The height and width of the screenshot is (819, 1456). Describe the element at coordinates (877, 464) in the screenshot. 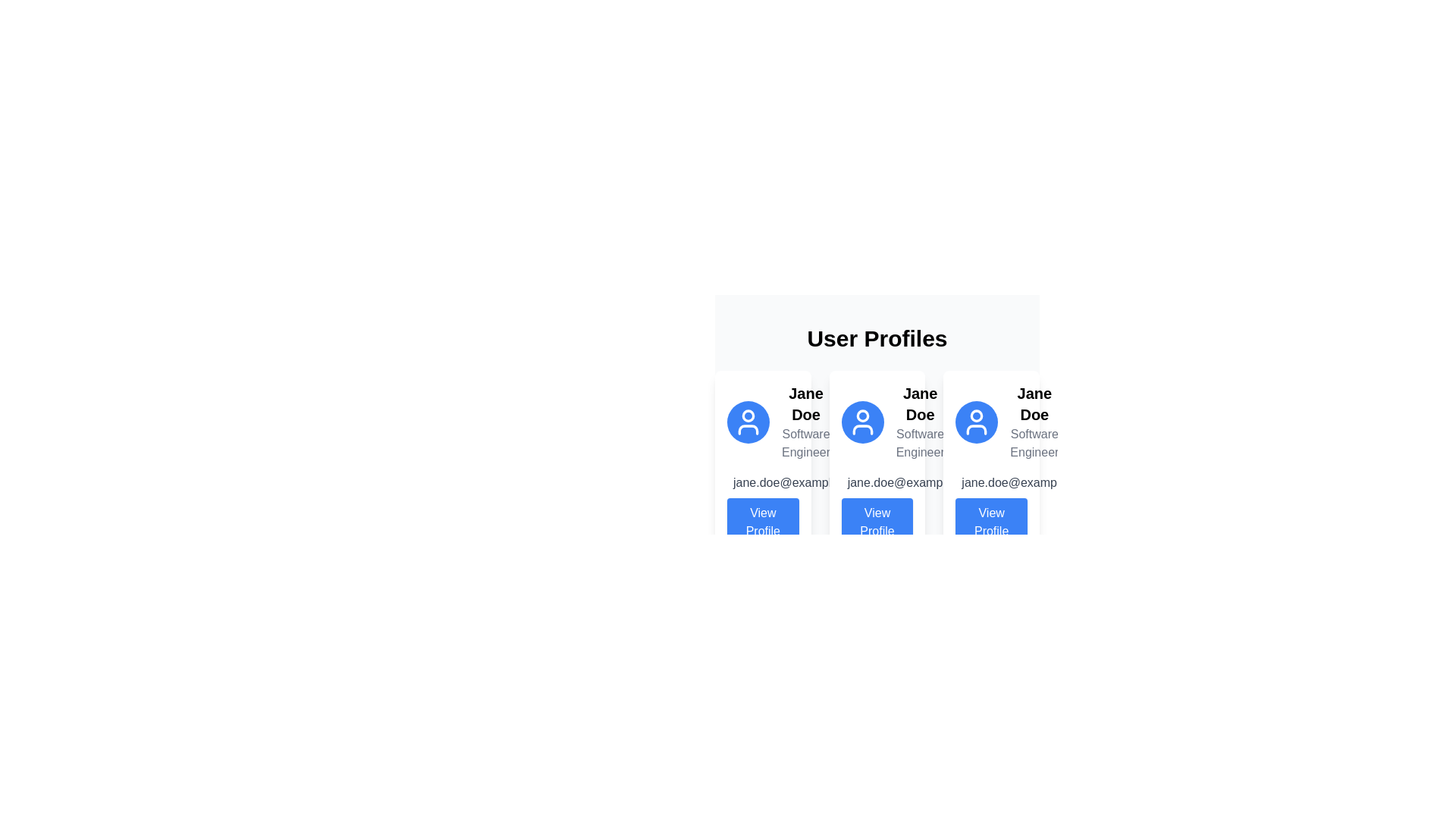

I see `details from the user profile card located in the middle column of the grid layout, directly below the title 'User Profiles'` at that location.